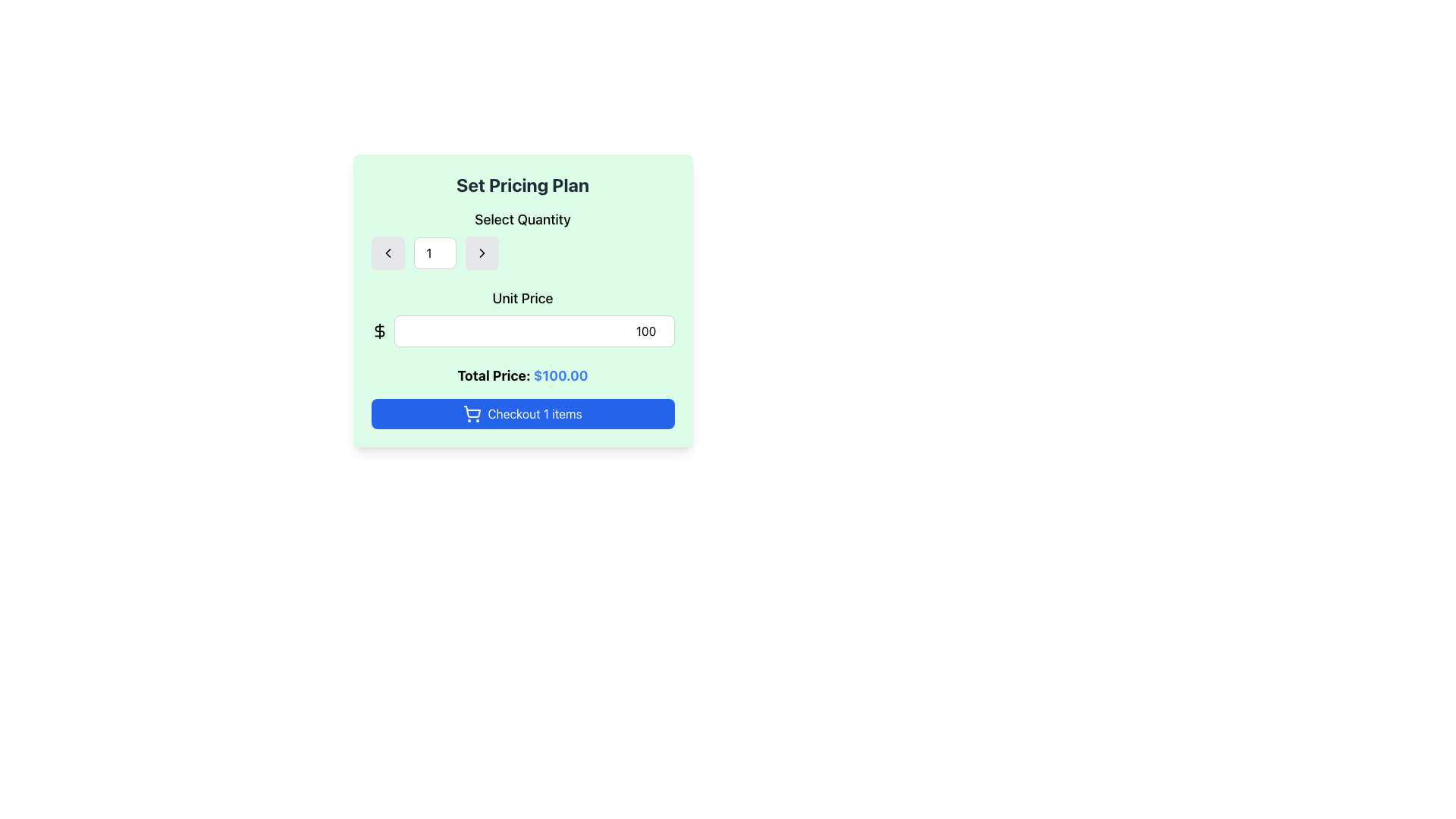  What do you see at coordinates (560, 375) in the screenshot?
I see `the static text label displaying '$100.00' in blue color, which is part of the 'Total Price:' section in the 'Set Pricing Plan' dialog box` at bounding box center [560, 375].